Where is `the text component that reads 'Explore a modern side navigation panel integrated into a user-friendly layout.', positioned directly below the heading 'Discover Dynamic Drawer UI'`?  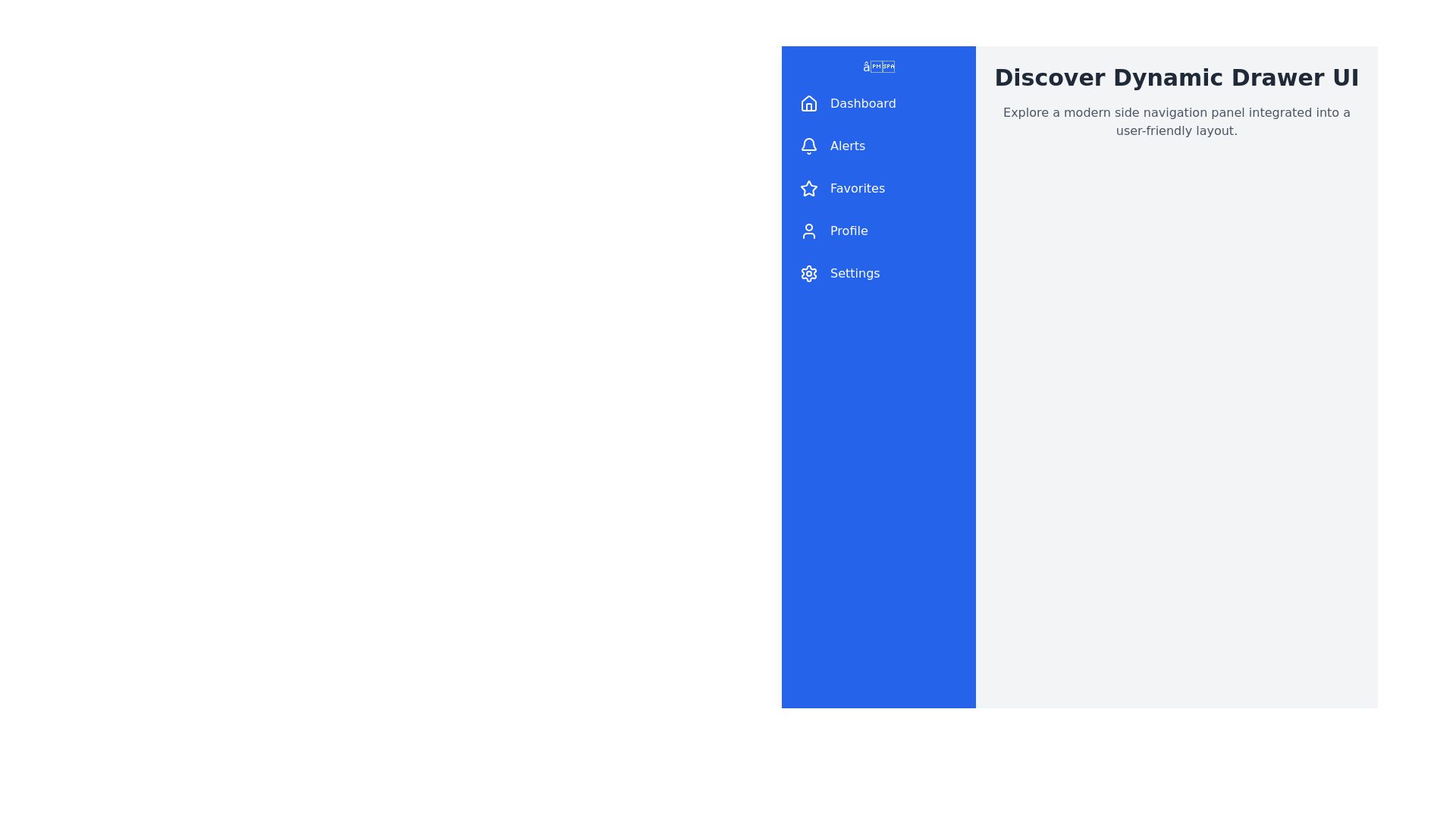
the text component that reads 'Explore a modern side navigation panel integrated into a user-friendly layout.', positioned directly below the heading 'Discover Dynamic Drawer UI' is located at coordinates (1175, 121).